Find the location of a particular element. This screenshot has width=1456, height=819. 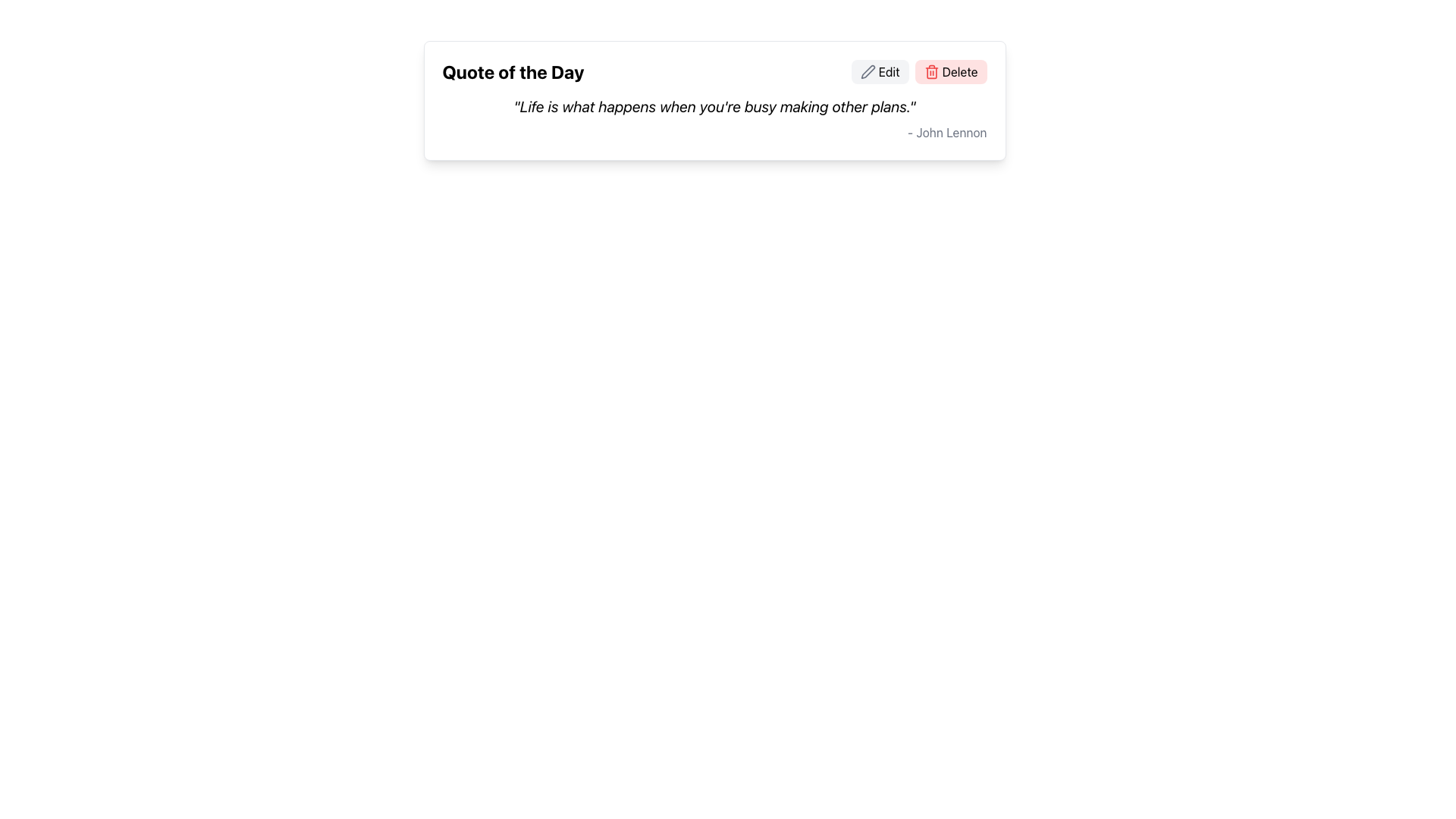

the 'Delete' button, which has a red background, displays the text 'Delete' with a trash icon, and shows a hover effect when the mouse is over it is located at coordinates (949, 72).